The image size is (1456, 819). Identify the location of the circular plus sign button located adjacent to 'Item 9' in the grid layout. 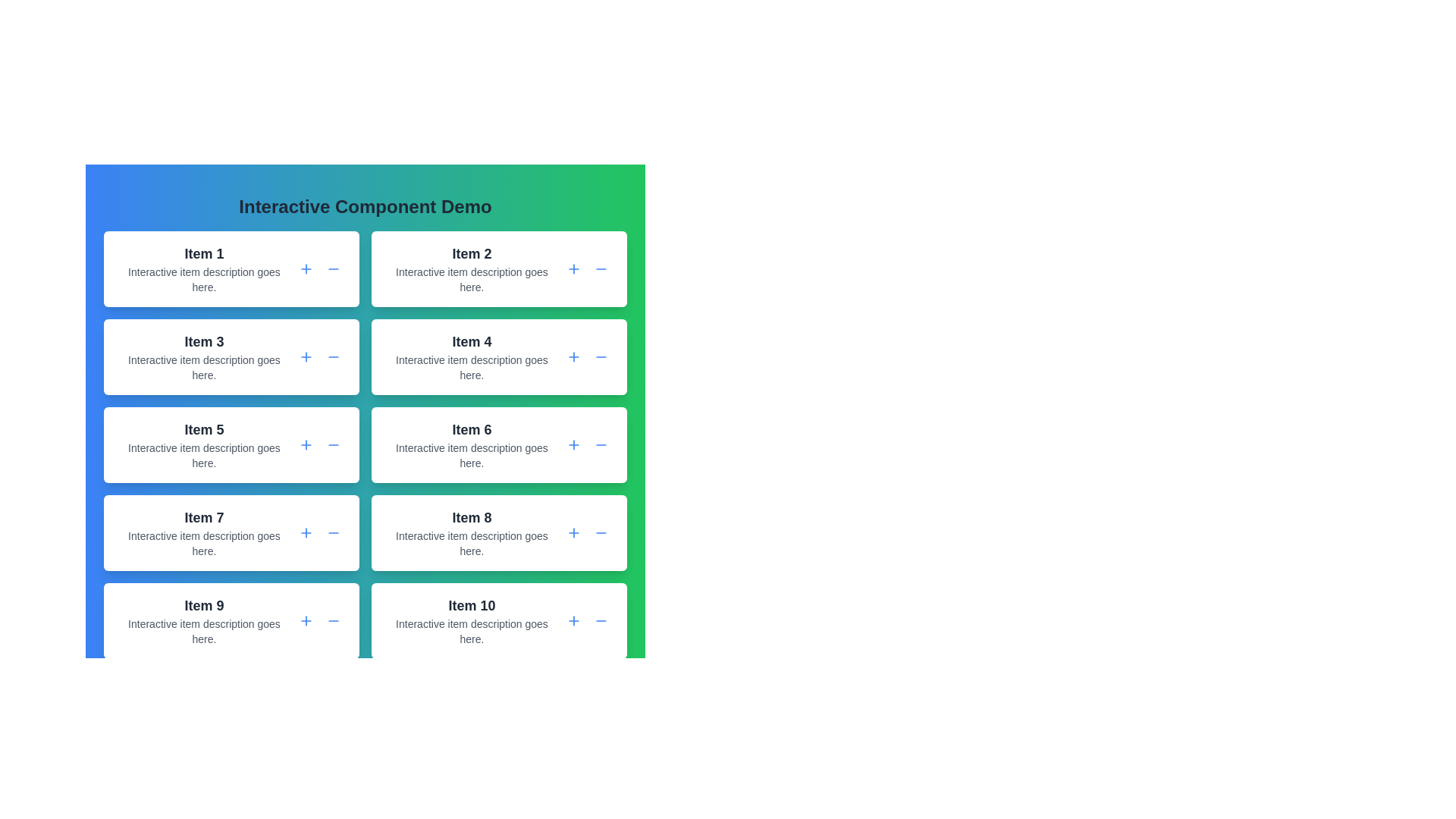
(305, 620).